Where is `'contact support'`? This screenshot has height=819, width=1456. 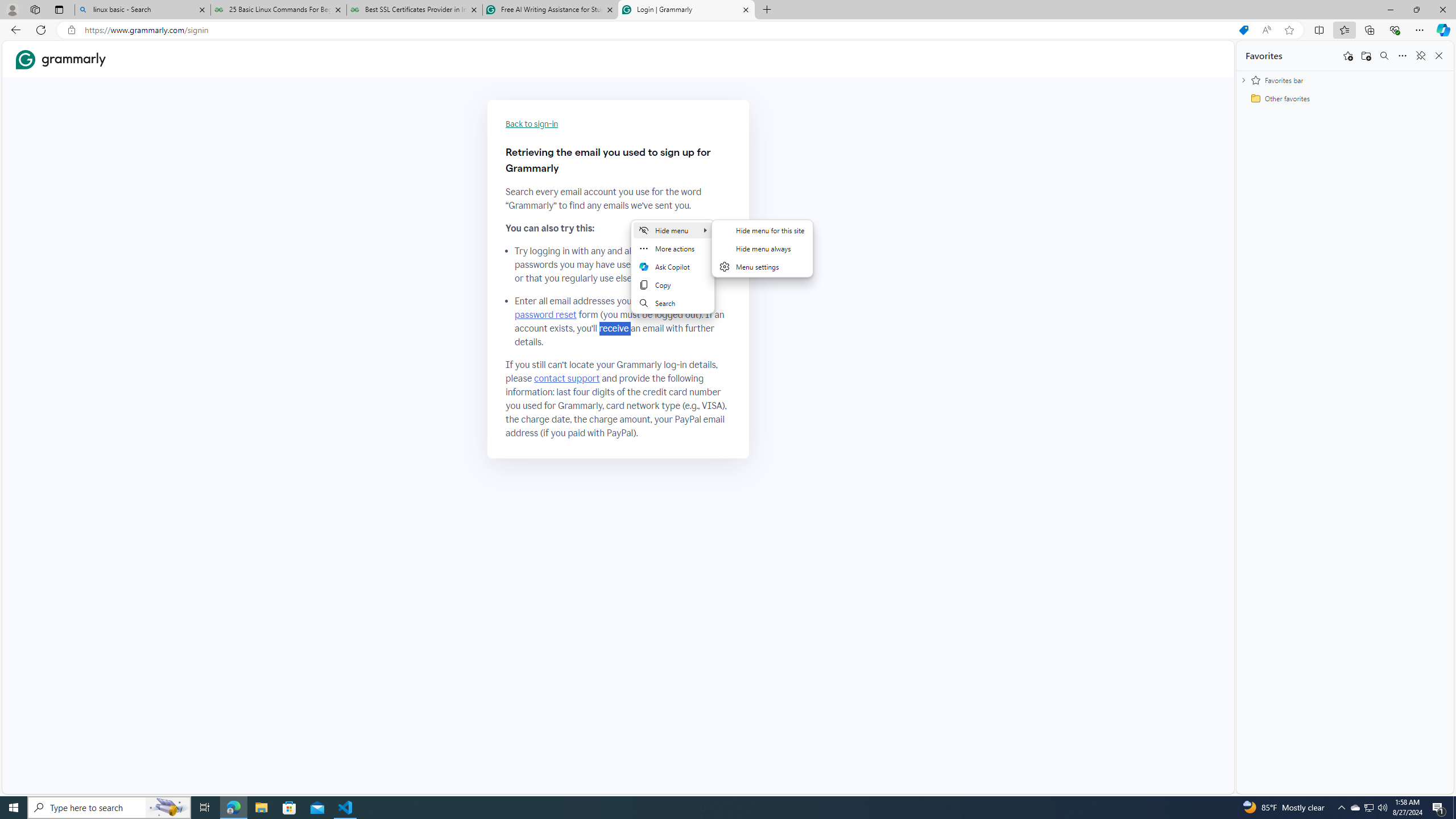 'contact support' is located at coordinates (566, 379).